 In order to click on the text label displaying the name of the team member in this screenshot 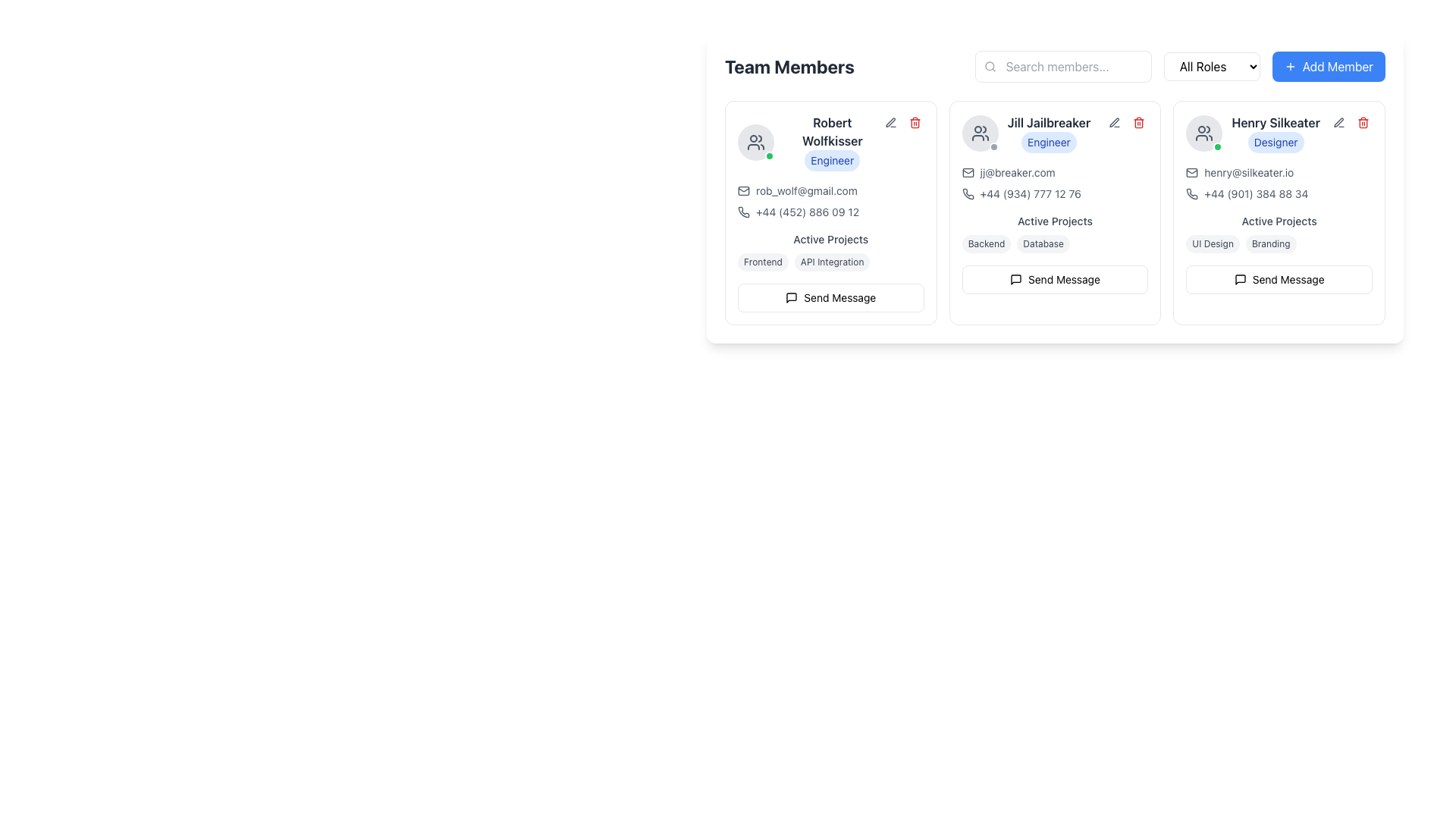, I will do `click(1048, 122)`.